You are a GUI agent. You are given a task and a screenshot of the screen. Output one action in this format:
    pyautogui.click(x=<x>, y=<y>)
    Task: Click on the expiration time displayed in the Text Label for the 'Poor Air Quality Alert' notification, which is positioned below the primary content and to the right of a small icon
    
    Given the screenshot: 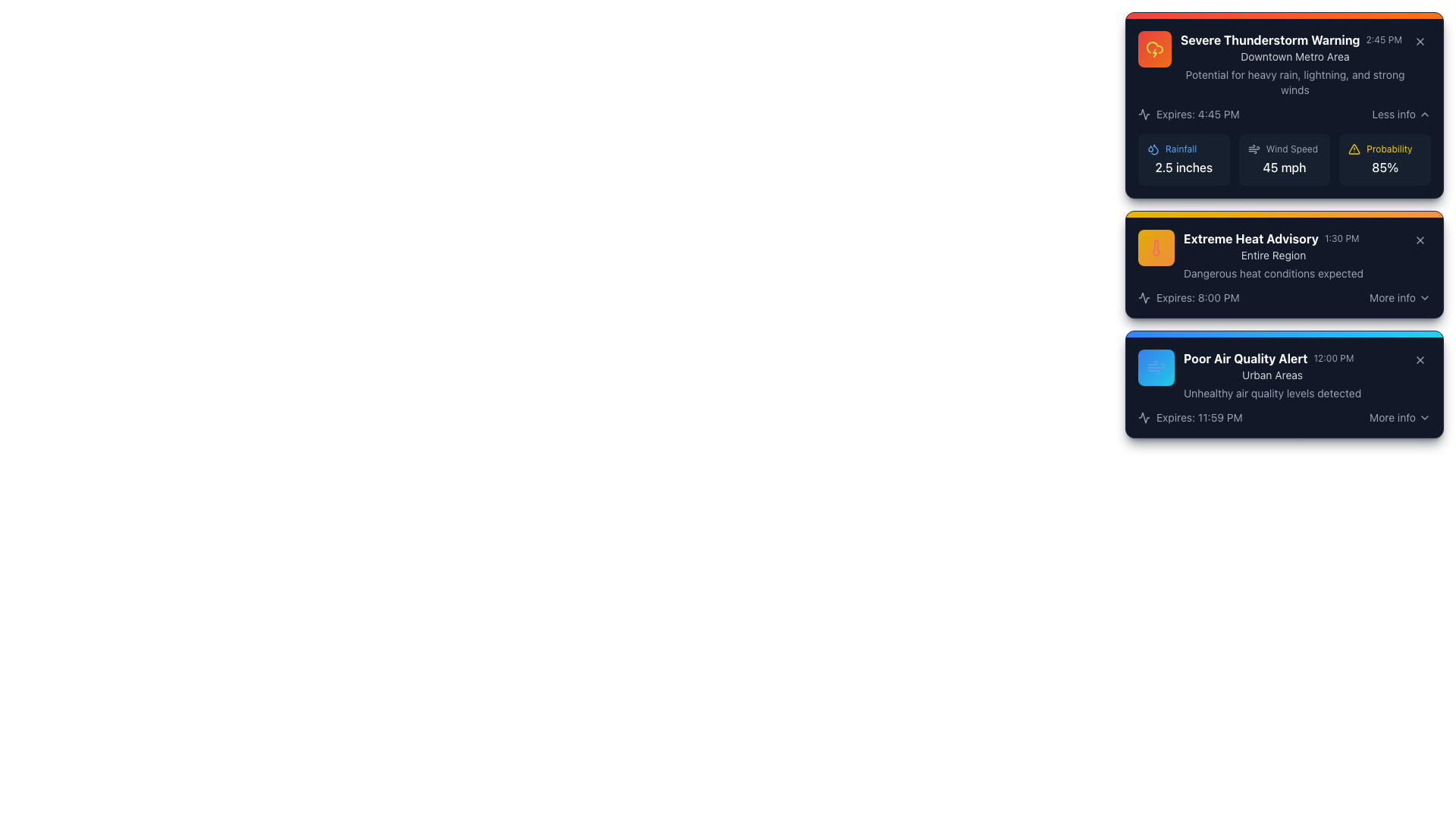 What is the action you would take?
    pyautogui.click(x=1198, y=418)
    